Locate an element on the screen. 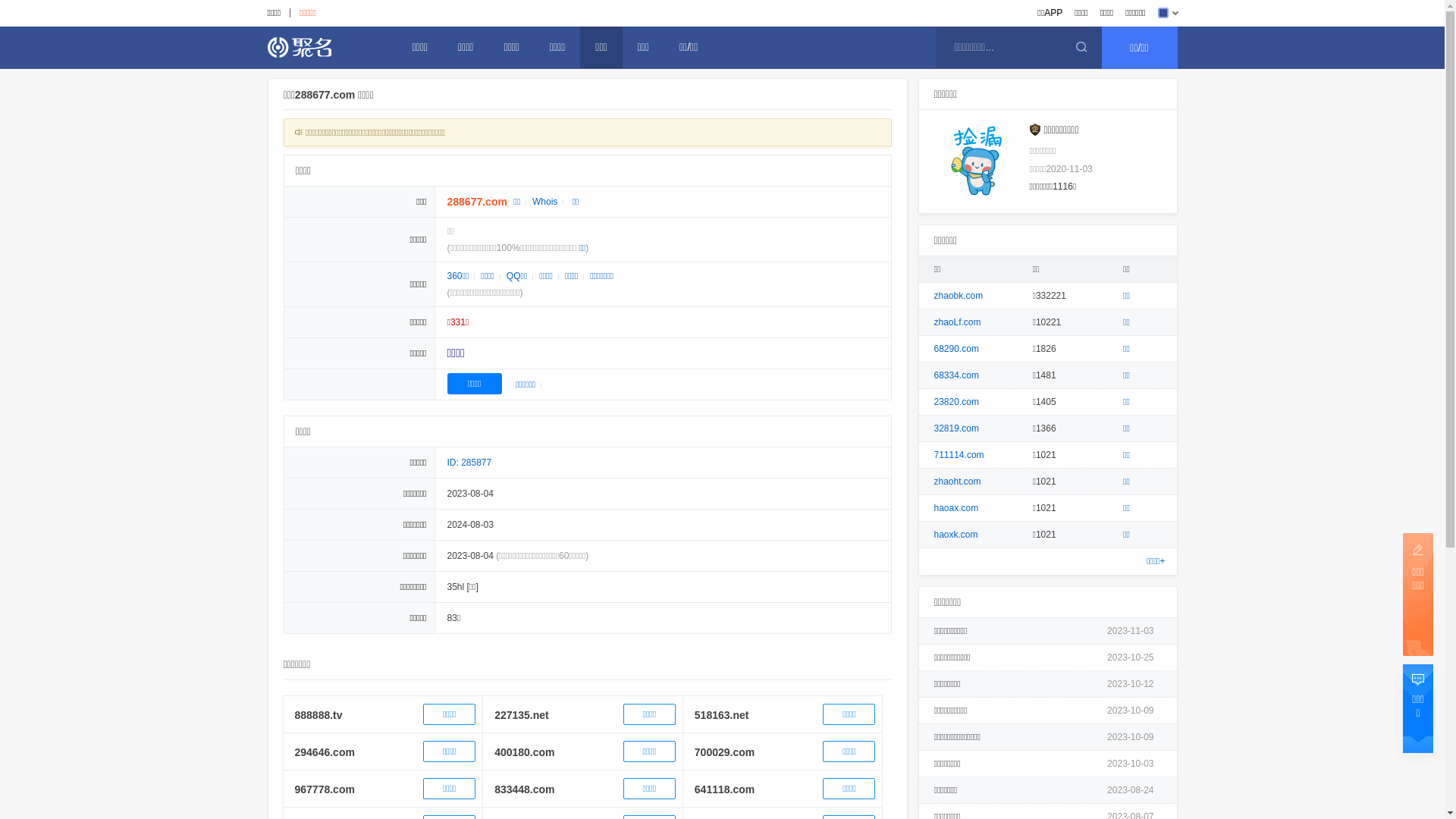 Image resolution: width=1456 pixels, height=819 pixels. 'zhaobk.com' is located at coordinates (958, 295).